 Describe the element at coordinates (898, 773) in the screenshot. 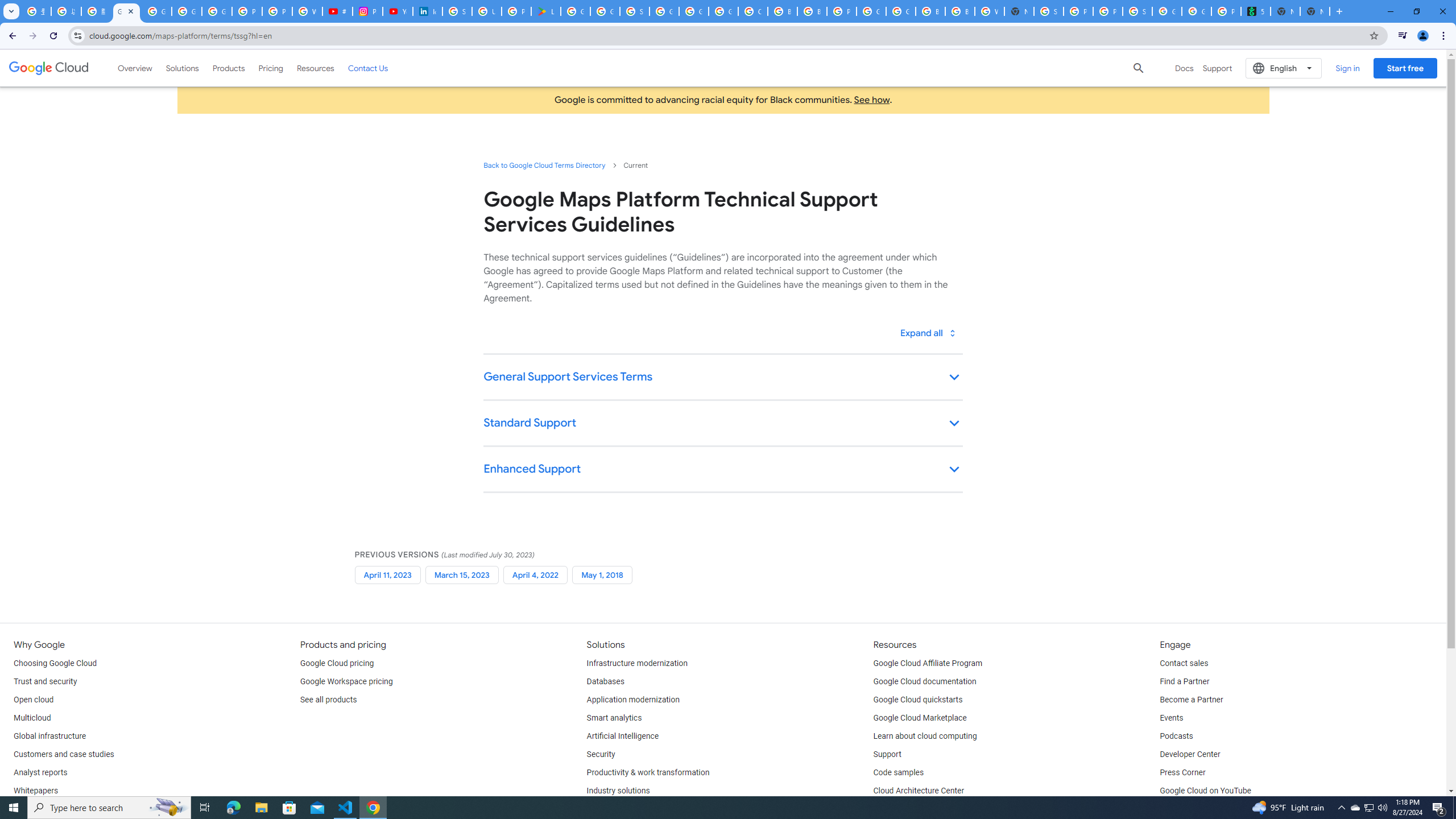

I see `'Code samples'` at that location.